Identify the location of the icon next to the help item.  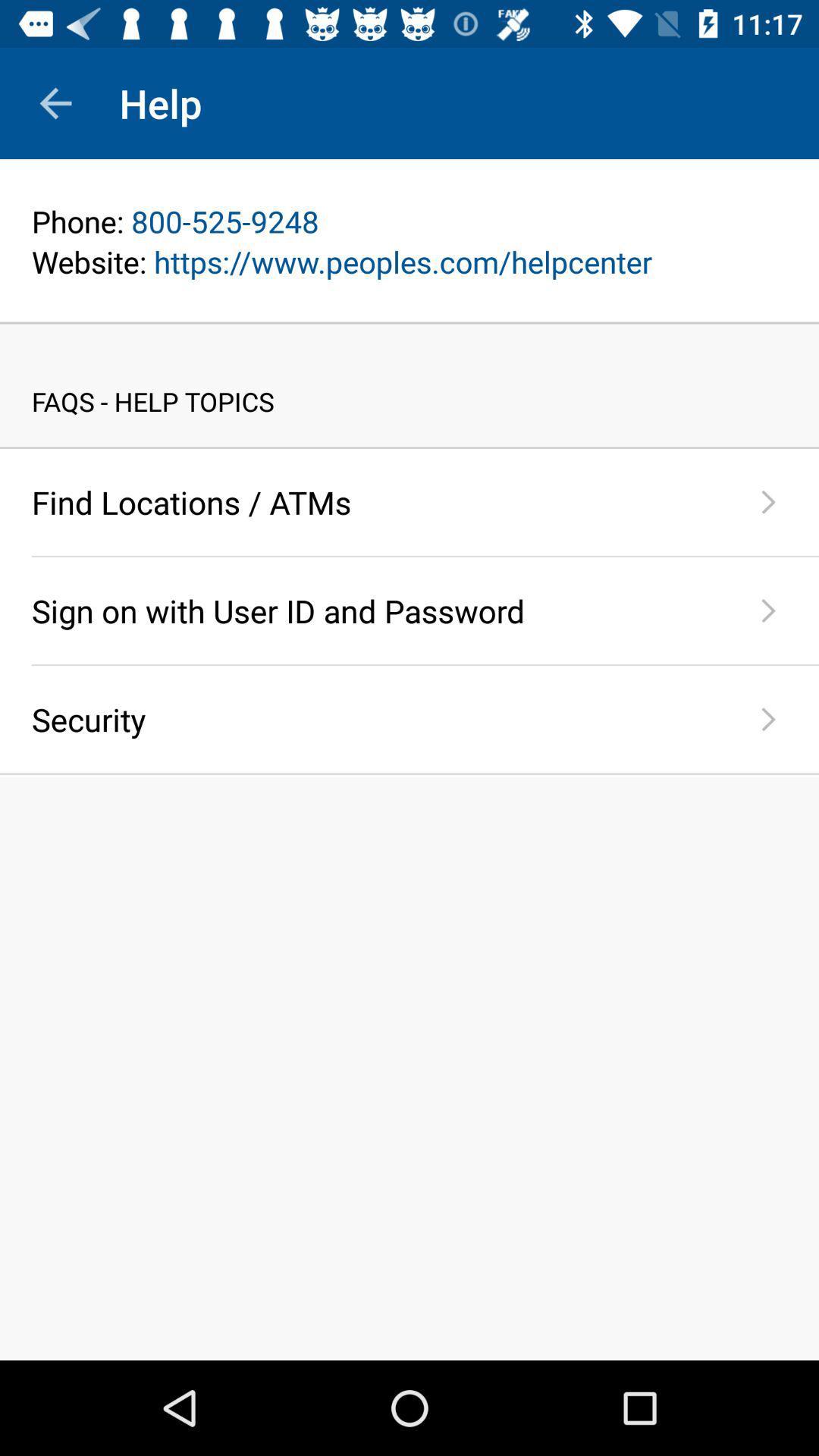
(55, 102).